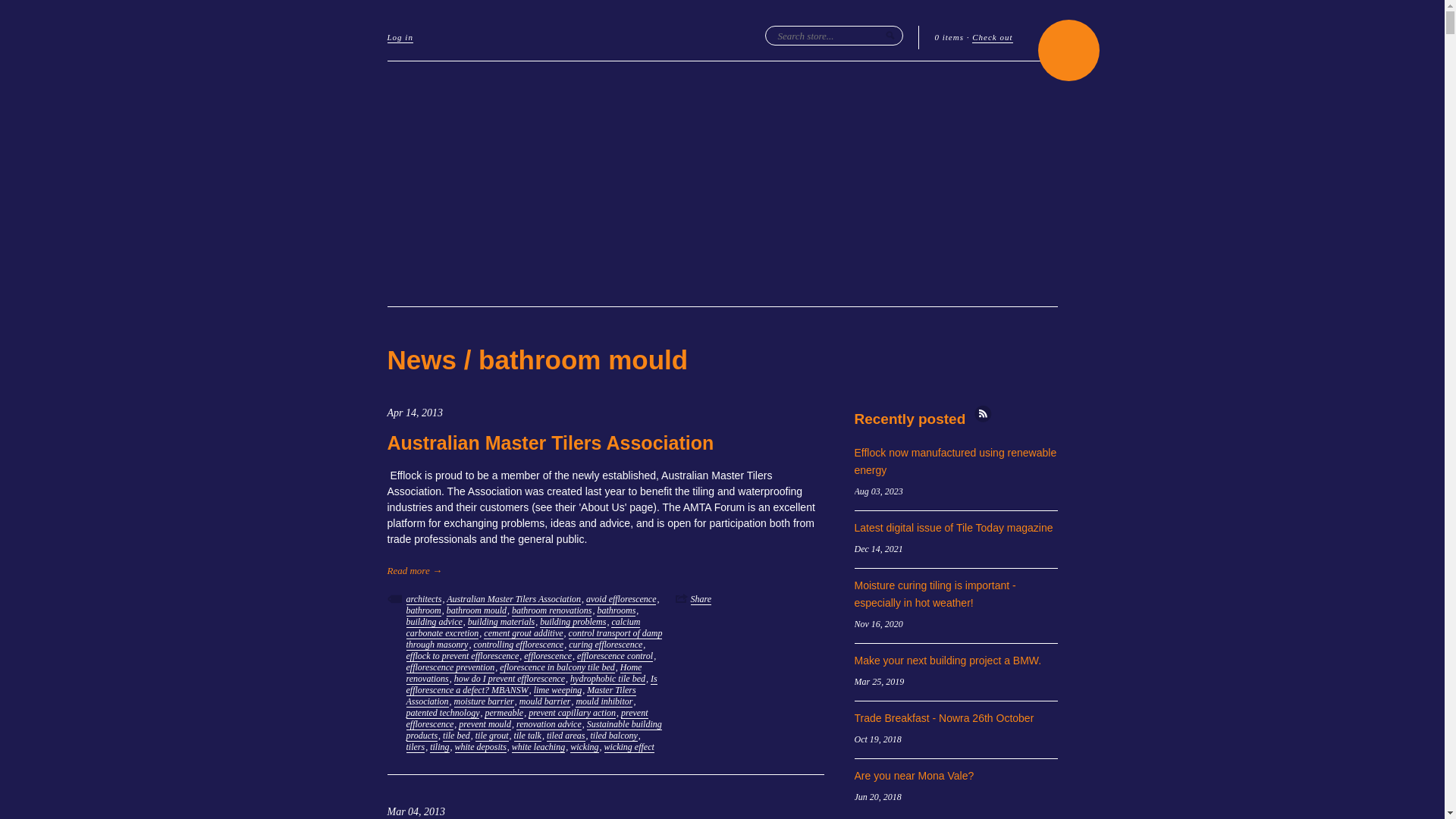  Describe the element at coordinates (629, 746) in the screenshot. I see `'wicking effect'` at that location.